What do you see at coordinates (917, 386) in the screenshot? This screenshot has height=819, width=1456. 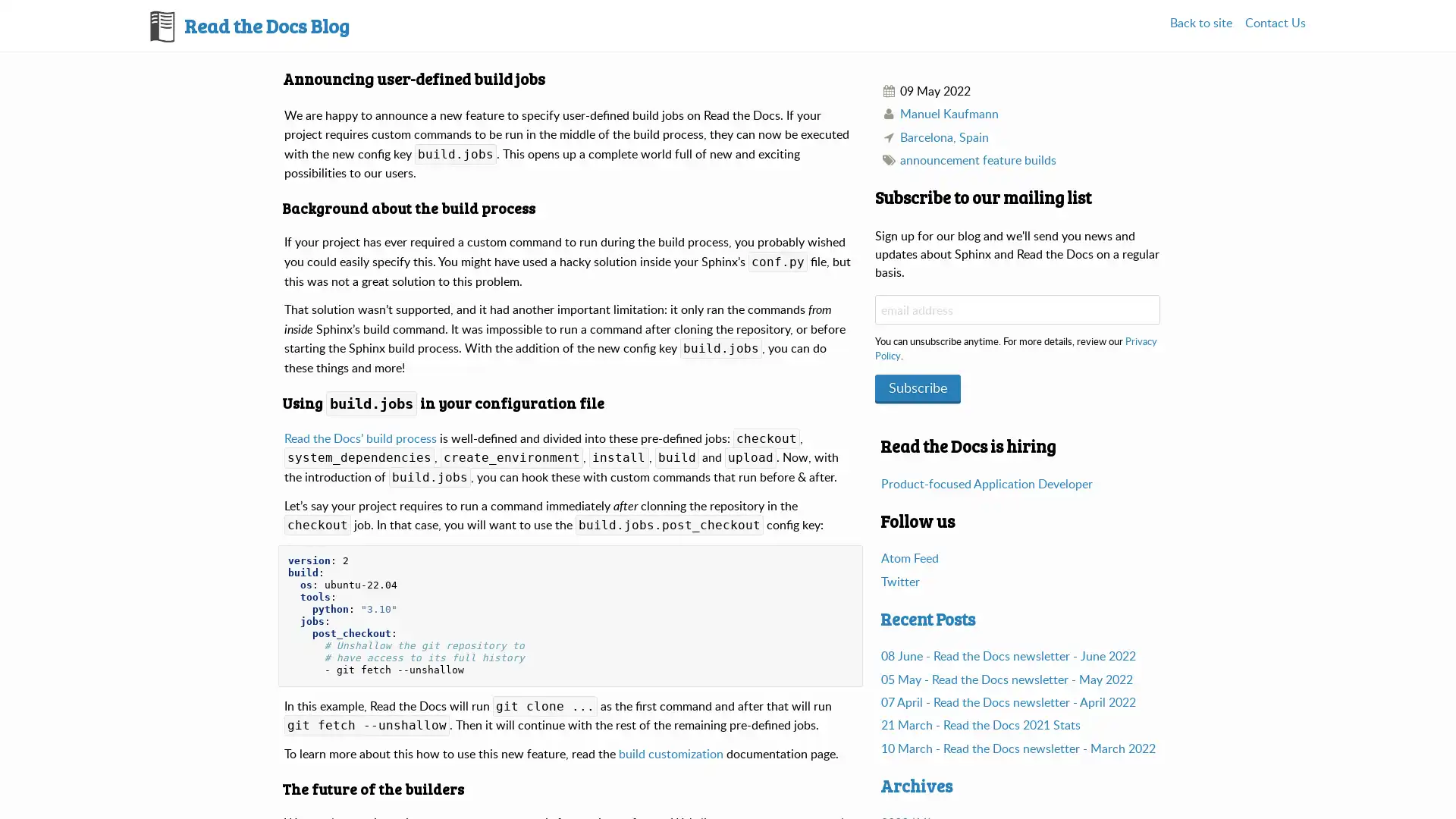 I see `Subscribe` at bounding box center [917, 386].